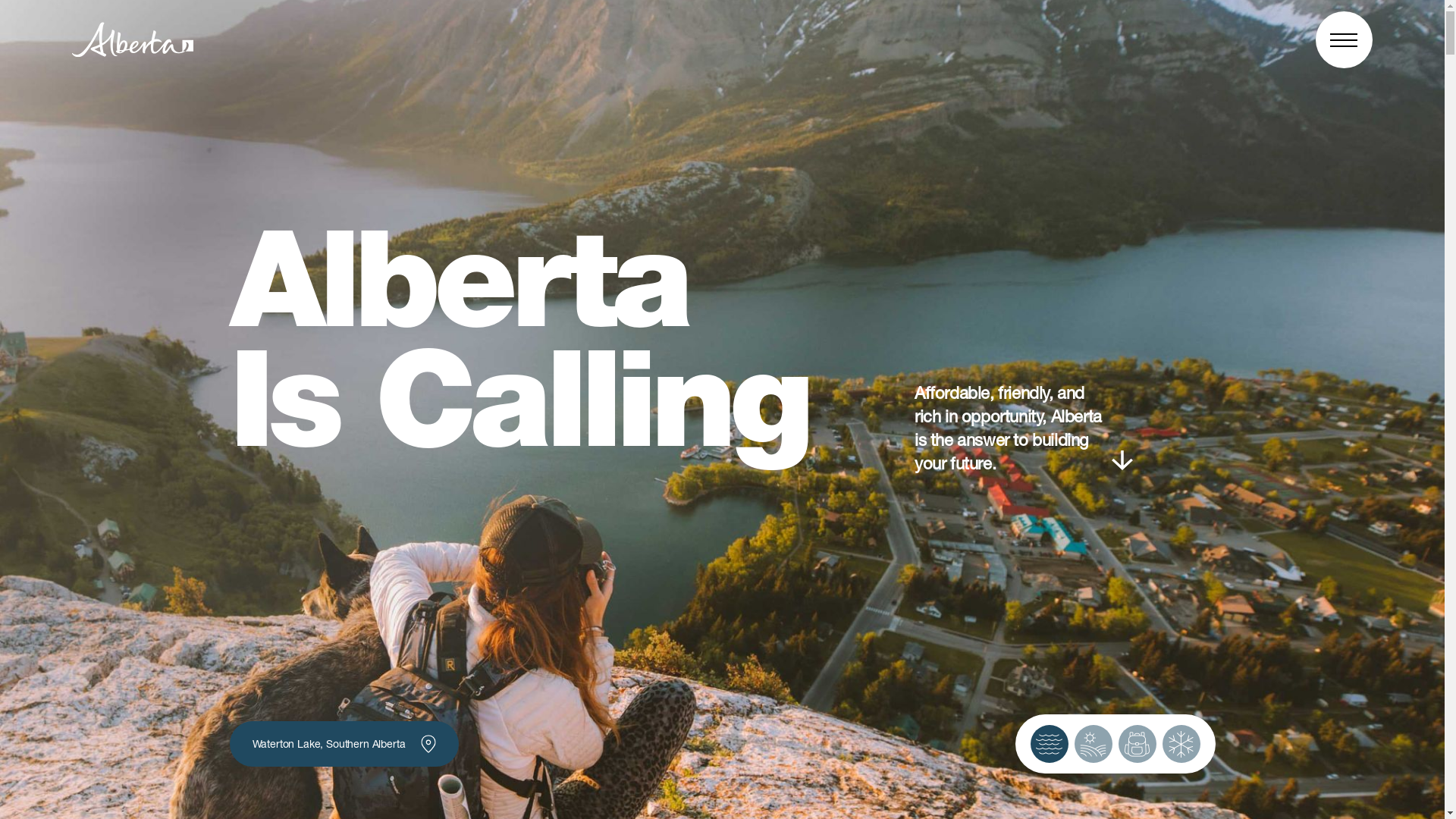 This screenshot has height=819, width=1456. I want to click on 'Toggle Spring Image', so click(1047, 742).